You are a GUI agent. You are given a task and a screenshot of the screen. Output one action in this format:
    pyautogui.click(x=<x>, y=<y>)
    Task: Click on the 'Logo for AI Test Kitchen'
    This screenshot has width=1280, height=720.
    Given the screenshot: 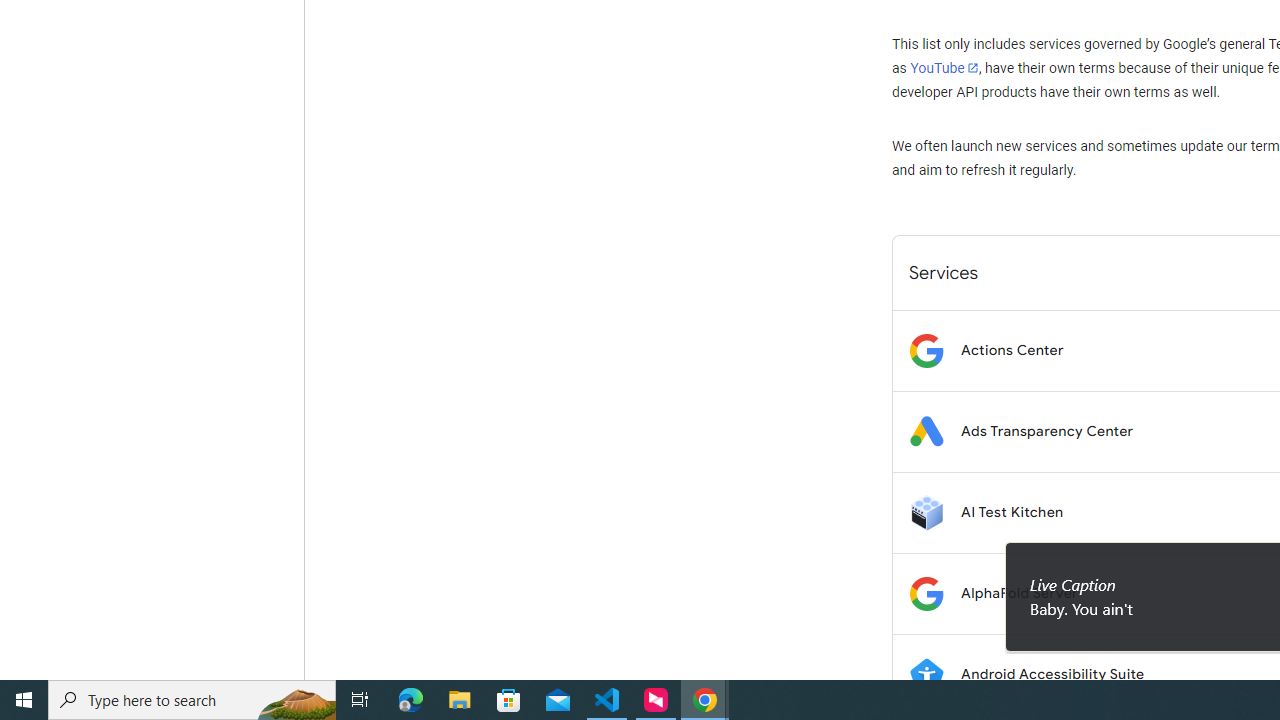 What is the action you would take?
    pyautogui.click(x=925, y=511)
    